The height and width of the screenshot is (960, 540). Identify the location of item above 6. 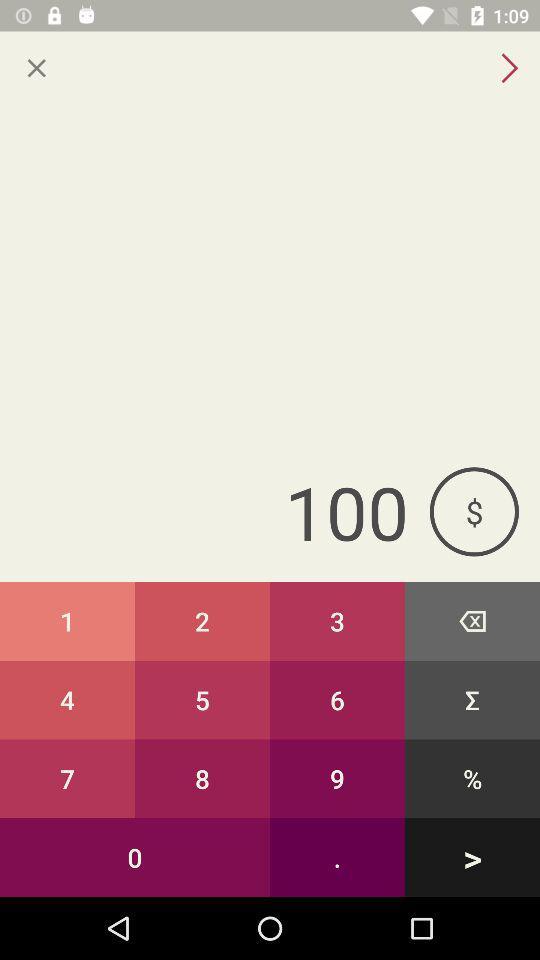
(472, 620).